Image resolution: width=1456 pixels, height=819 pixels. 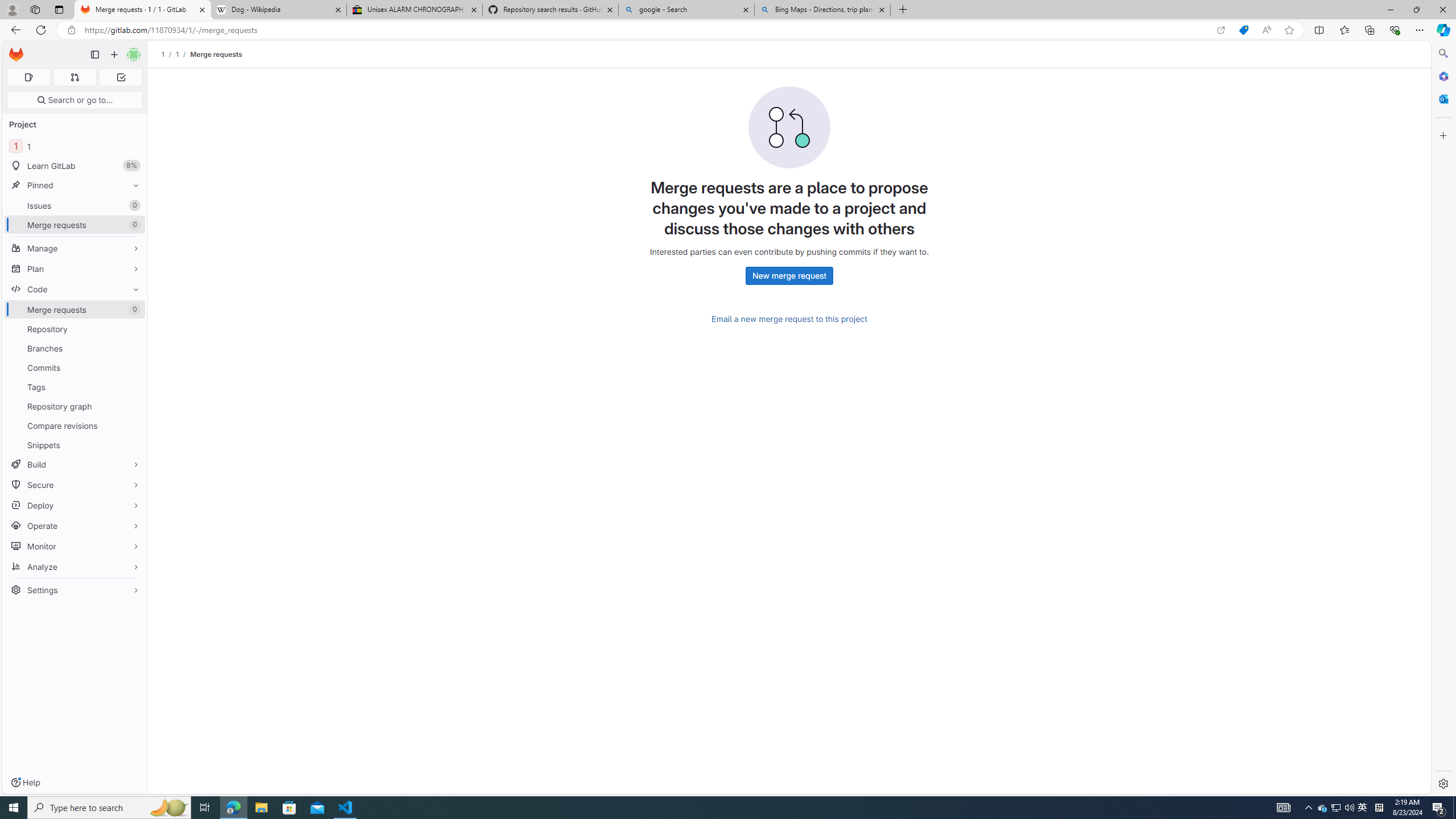 What do you see at coordinates (133, 367) in the screenshot?
I see `'Pin Commits'` at bounding box center [133, 367].